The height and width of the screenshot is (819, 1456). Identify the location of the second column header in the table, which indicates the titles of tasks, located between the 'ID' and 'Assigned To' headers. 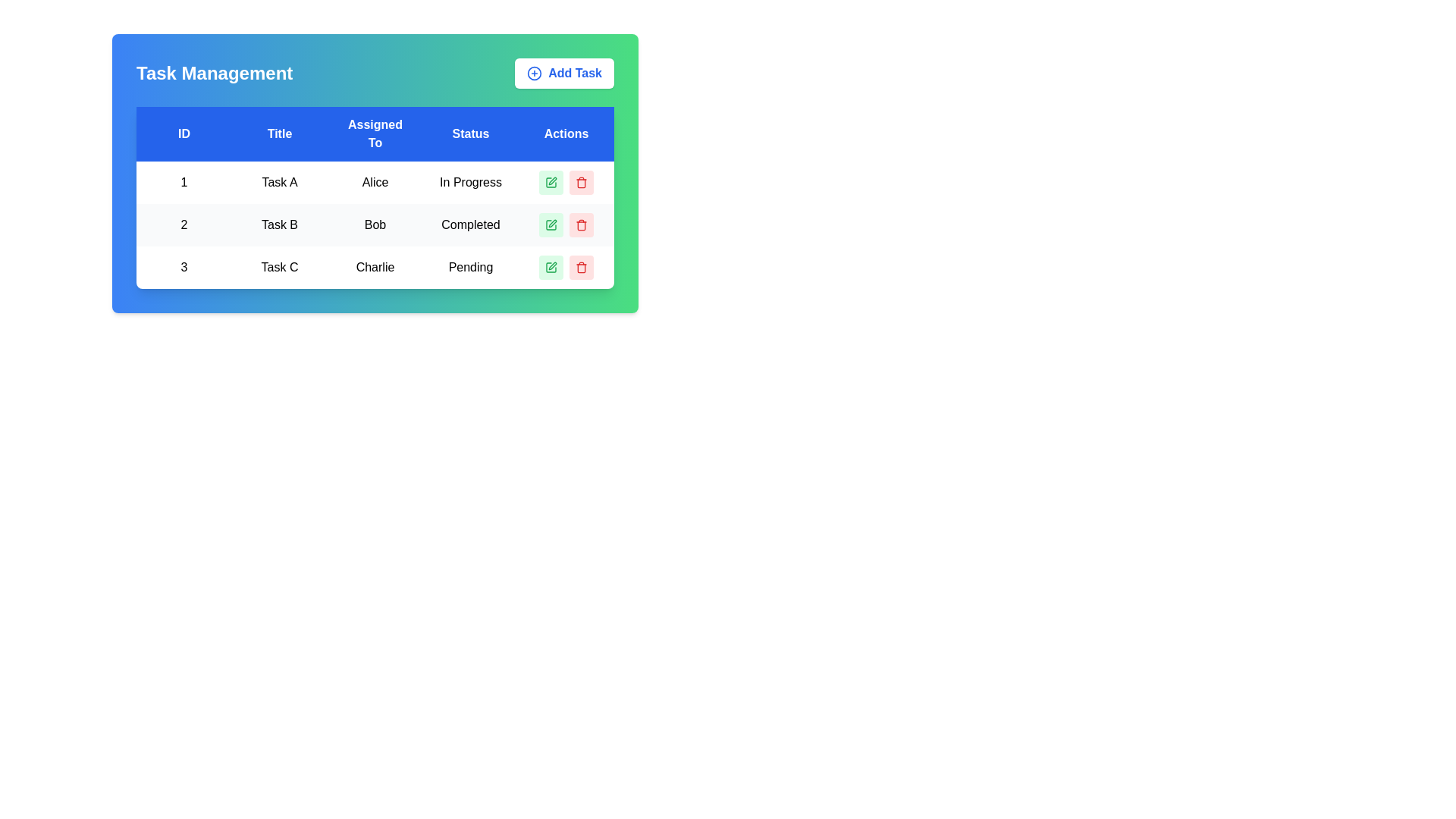
(280, 133).